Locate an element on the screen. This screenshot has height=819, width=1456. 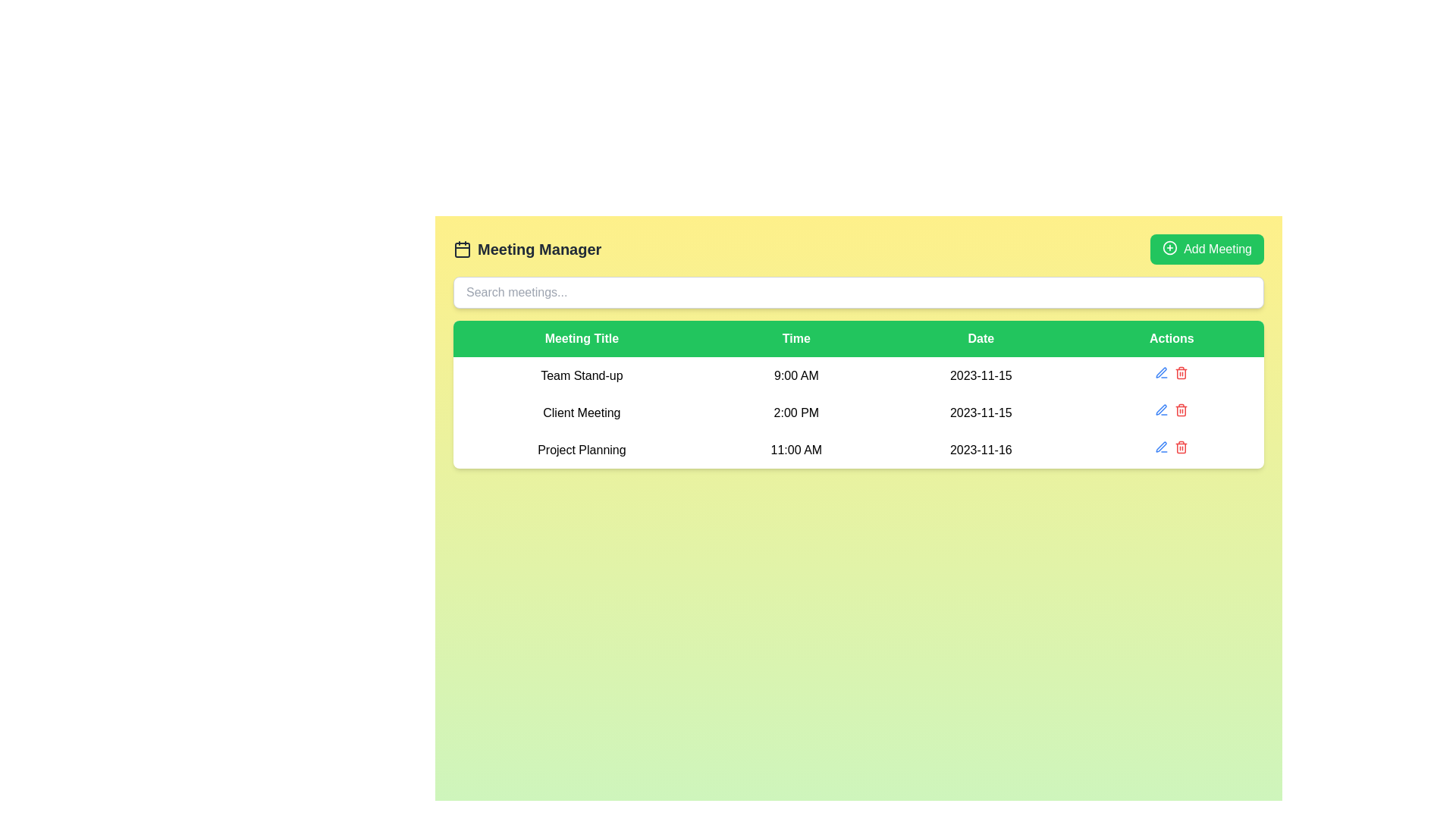
the text label displaying the date for the 'Project Planning' meeting event, which is the third cell in the 'Date' column of the table, located directly to the right of the '11:00 AM' cell is located at coordinates (981, 449).